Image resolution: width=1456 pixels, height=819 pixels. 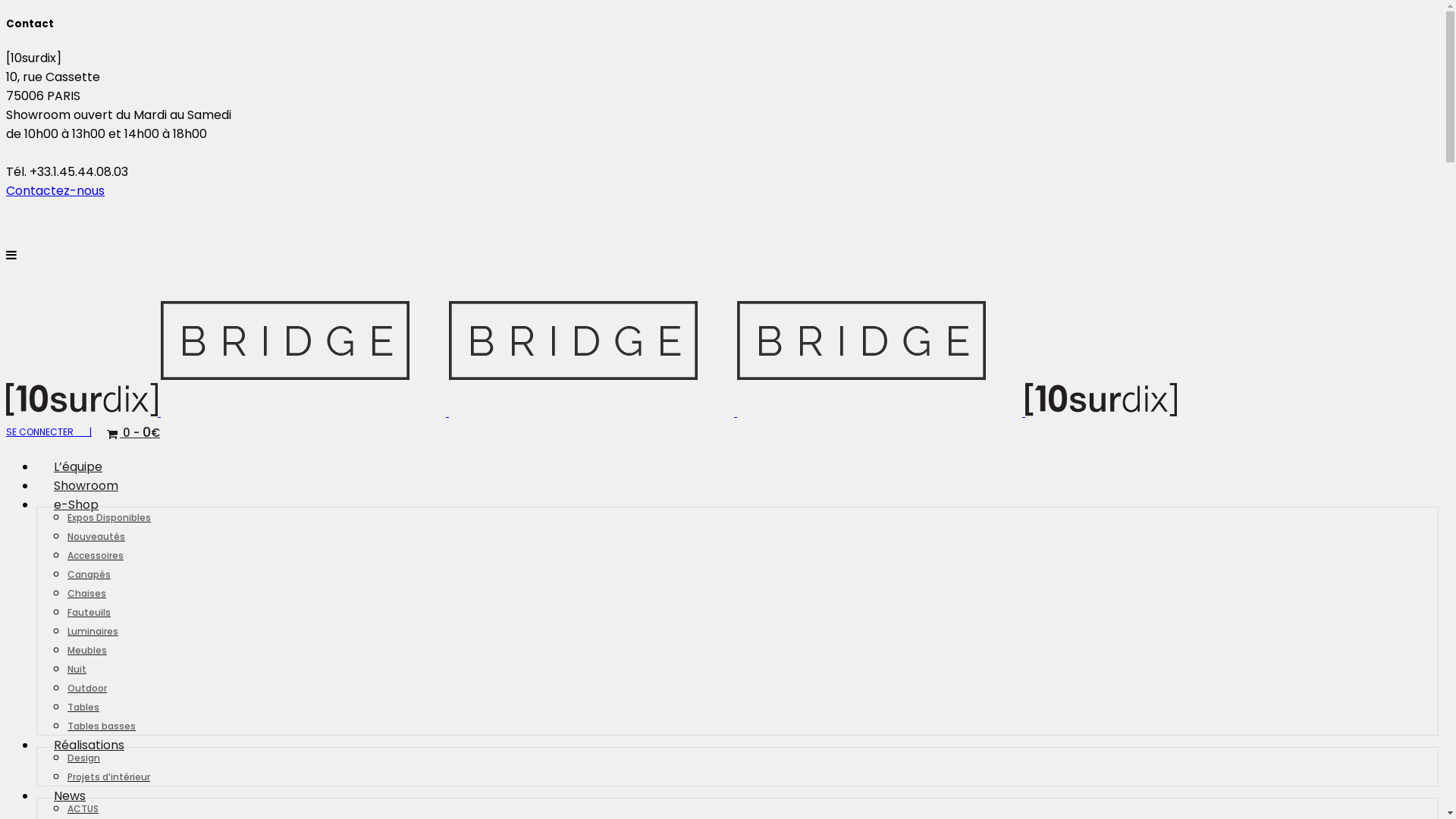 What do you see at coordinates (36, 795) in the screenshot?
I see `'News'` at bounding box center [36, 795].